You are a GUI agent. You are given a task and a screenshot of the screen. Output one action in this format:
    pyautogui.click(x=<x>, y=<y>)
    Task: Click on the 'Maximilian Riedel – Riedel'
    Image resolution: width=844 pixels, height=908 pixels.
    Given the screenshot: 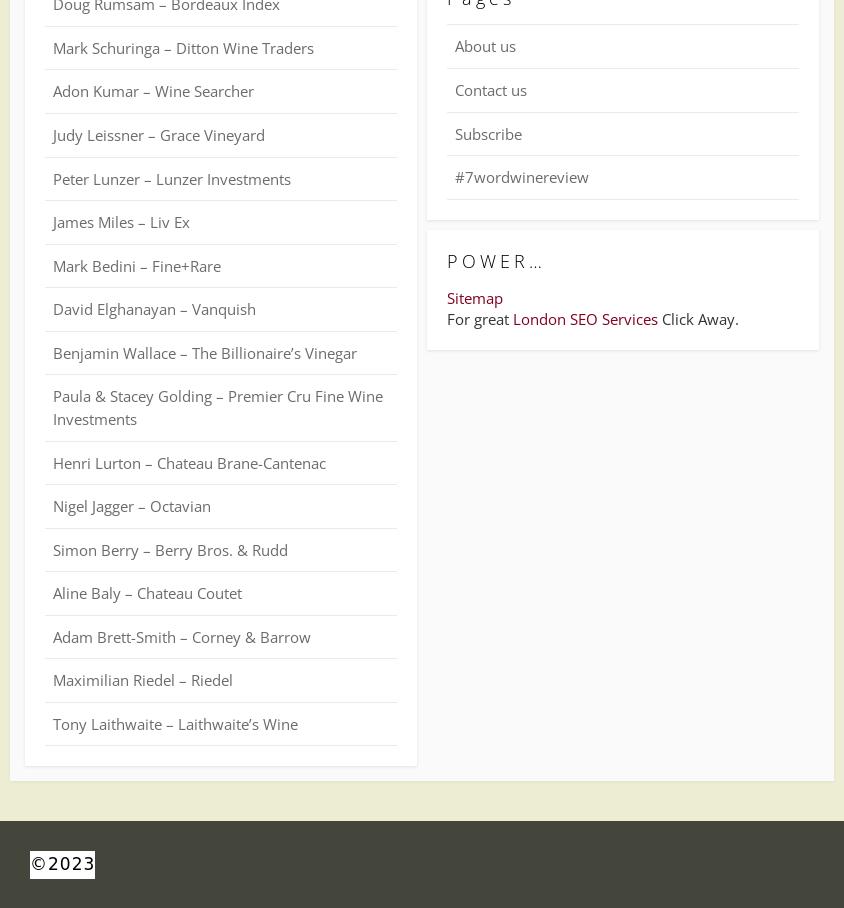 What is the action you would take?
    pyautogui.click(x=142, y=680)
    